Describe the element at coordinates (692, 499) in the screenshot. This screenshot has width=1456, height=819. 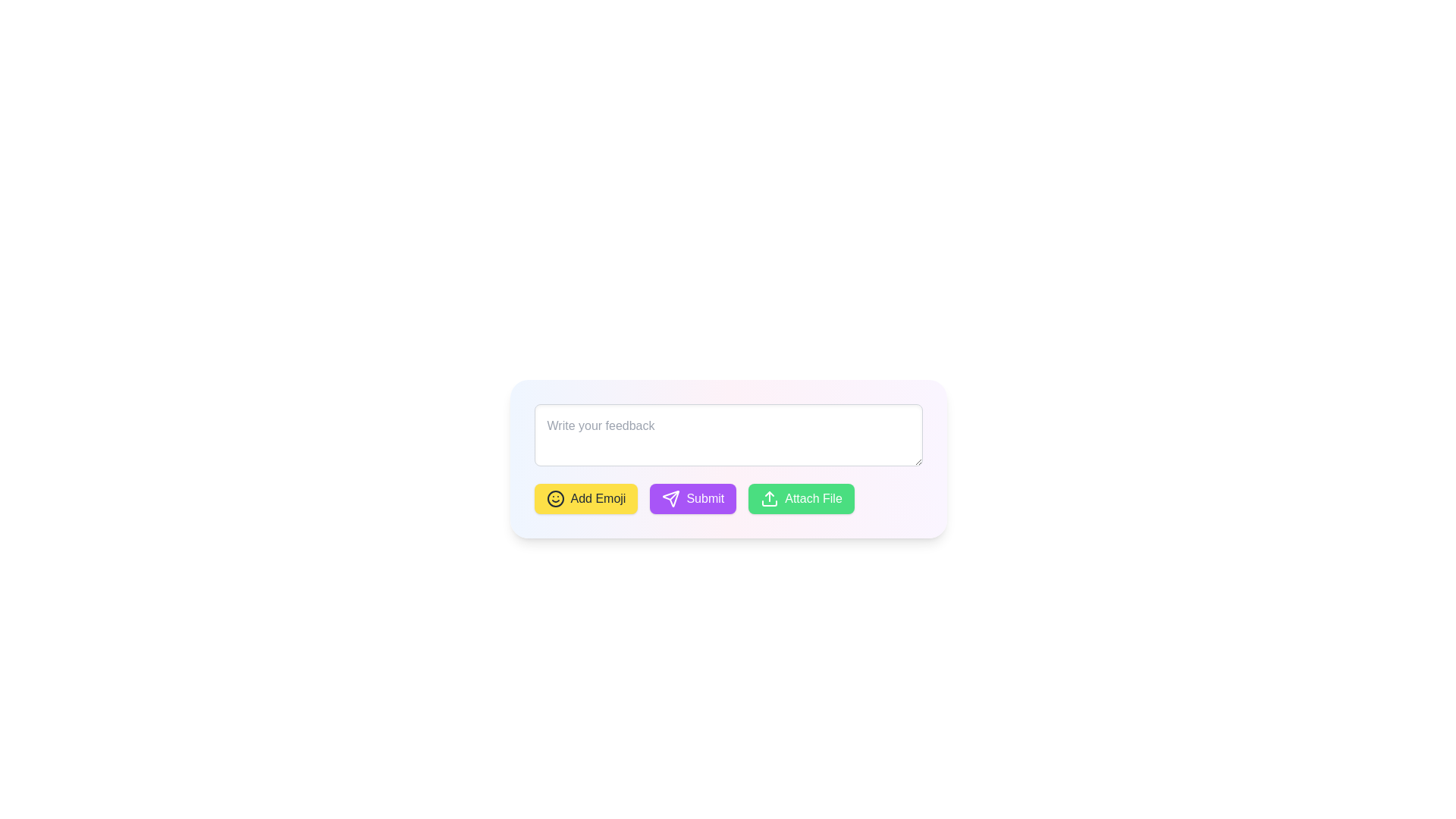
I see `the feedback submission button located between the yellow 'Add Emoji' button and the green 'Attach File' button` at that location.